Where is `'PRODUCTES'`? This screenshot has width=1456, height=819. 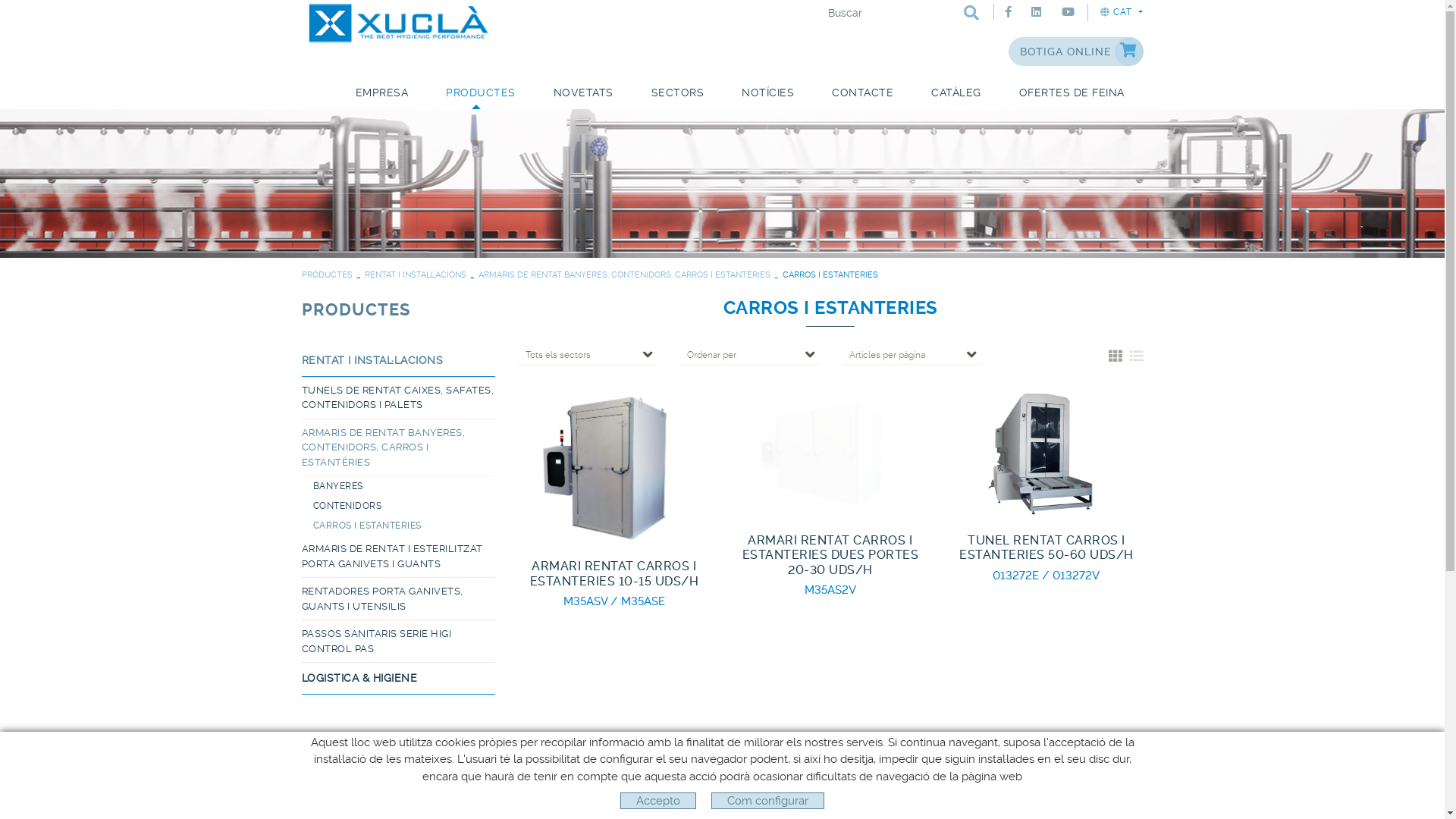
'PRODUCTES' is located at coordinates (326, 275).